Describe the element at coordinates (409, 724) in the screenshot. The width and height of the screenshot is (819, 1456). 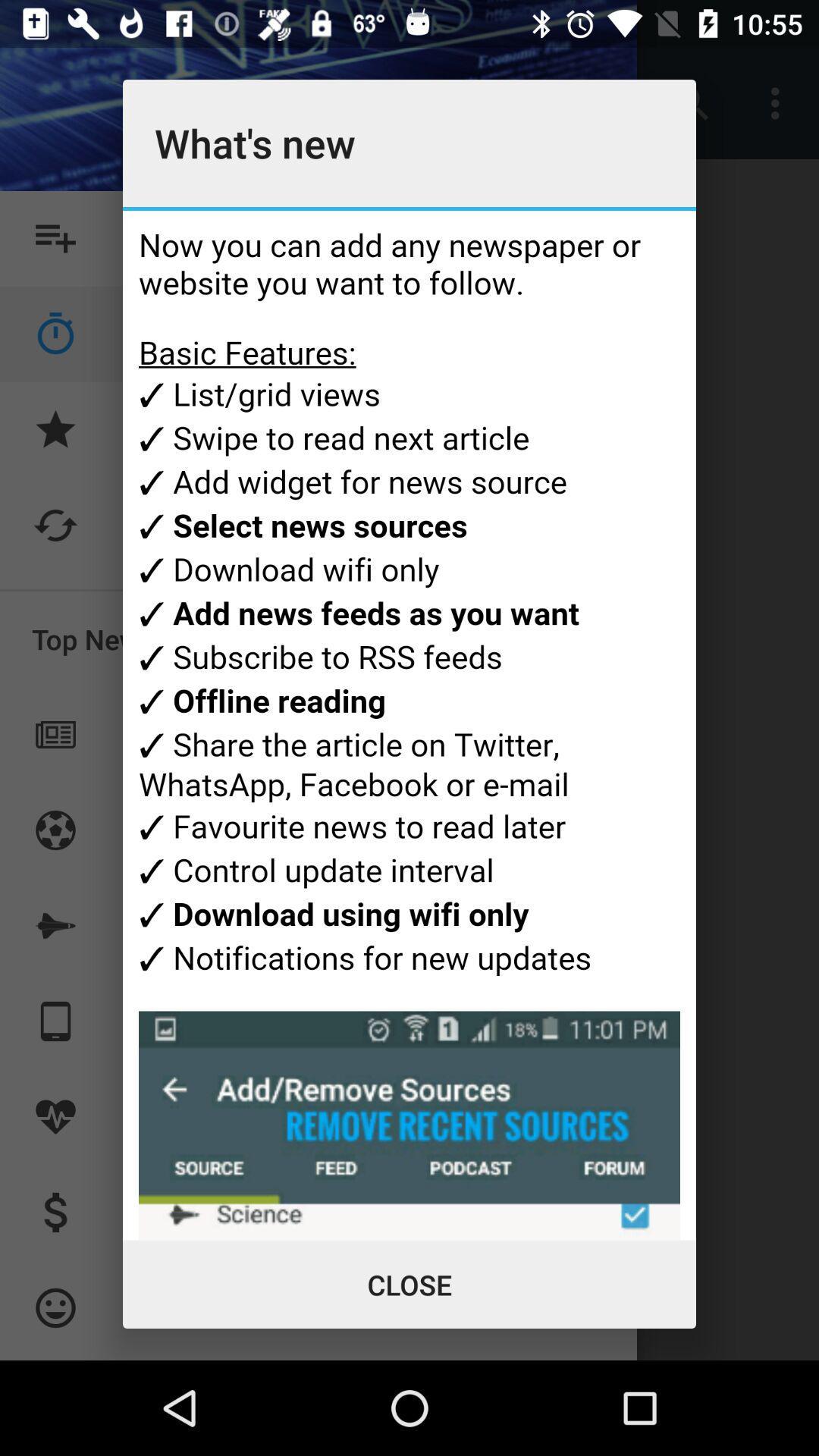
I see `option select button` at that location.